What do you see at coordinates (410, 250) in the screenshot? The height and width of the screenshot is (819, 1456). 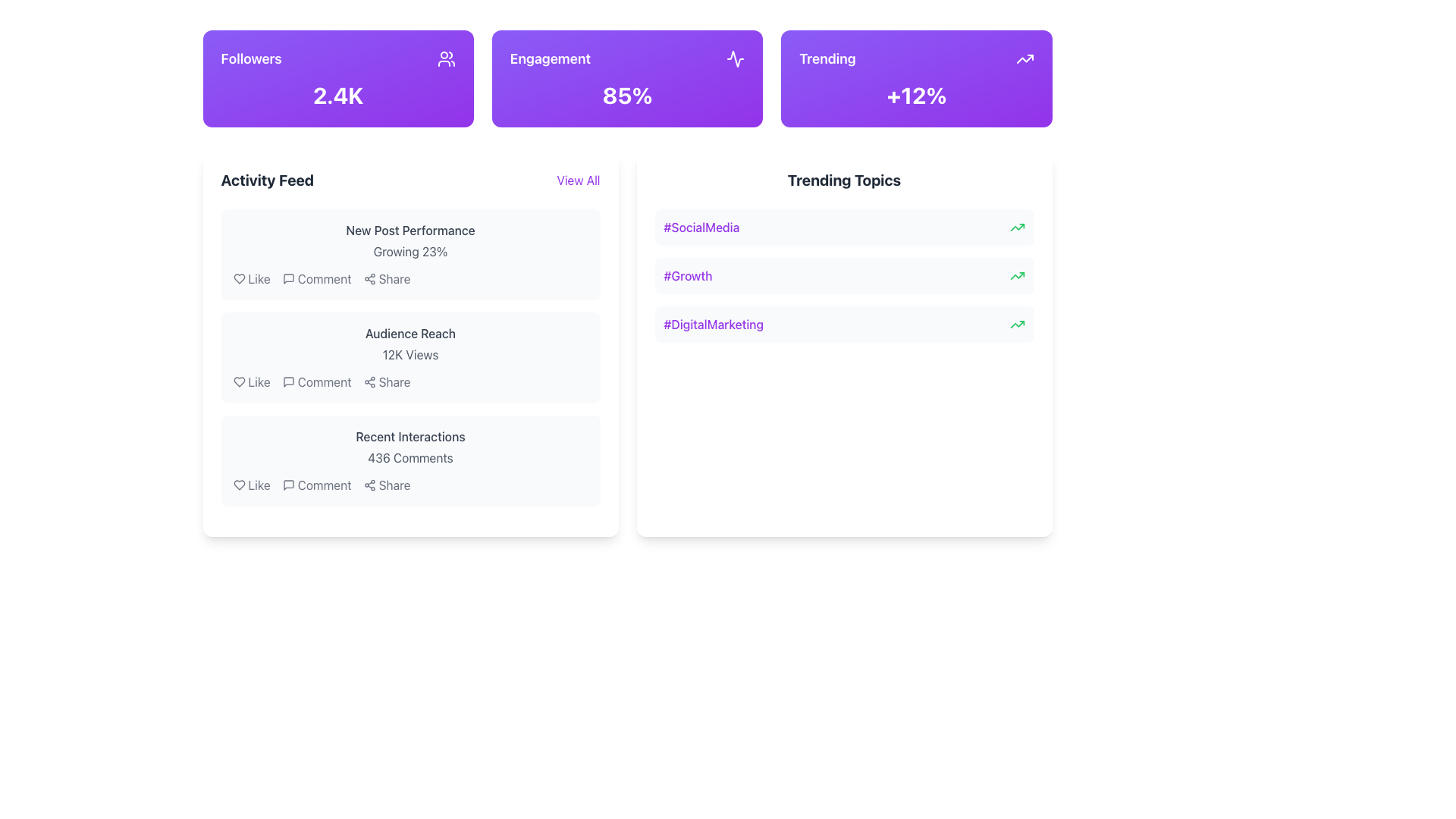 I see `the Text label that communicates the growth percentage for the 'New Post Performance' segment, located beneath the title 'New Post Performance' and above the options 'Like', 'Comment', and 'Share'` at bounding box center [410, 250].